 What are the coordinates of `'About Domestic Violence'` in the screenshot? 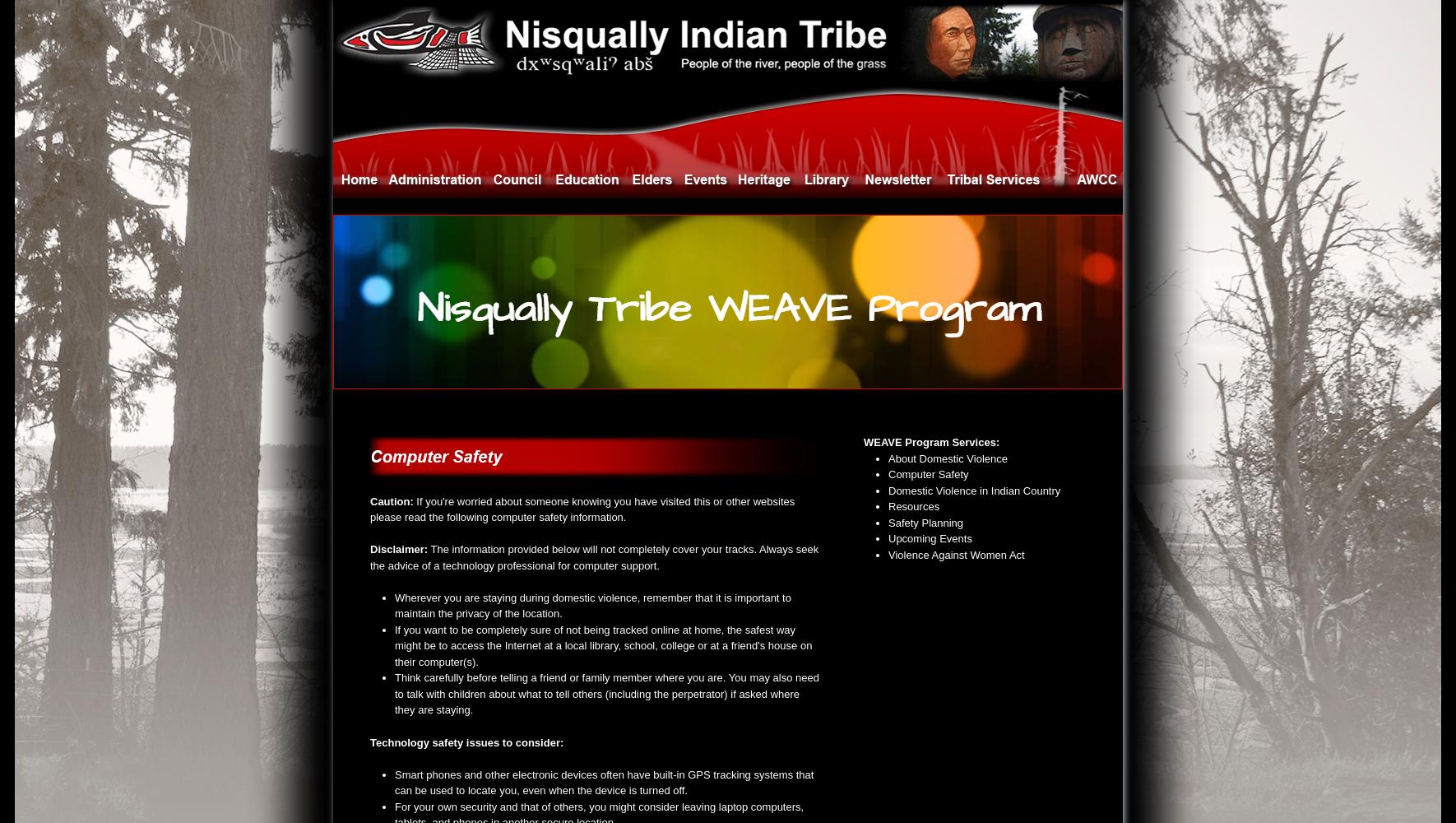 It's located at (948, 458).